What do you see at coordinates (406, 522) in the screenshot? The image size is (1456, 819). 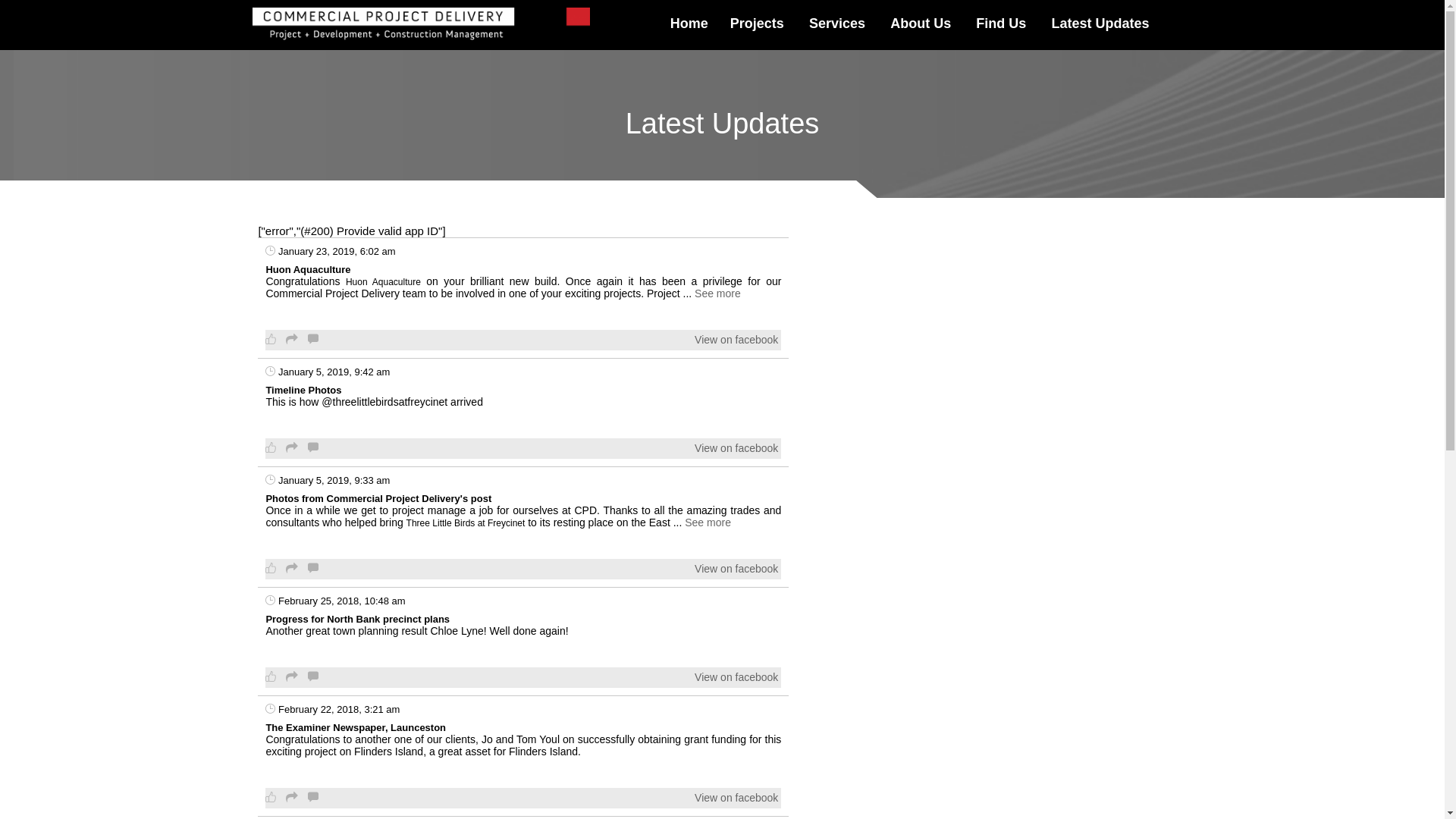 I see `'Three Little Birds at Freycinet'` at bounding box center [406, 522].